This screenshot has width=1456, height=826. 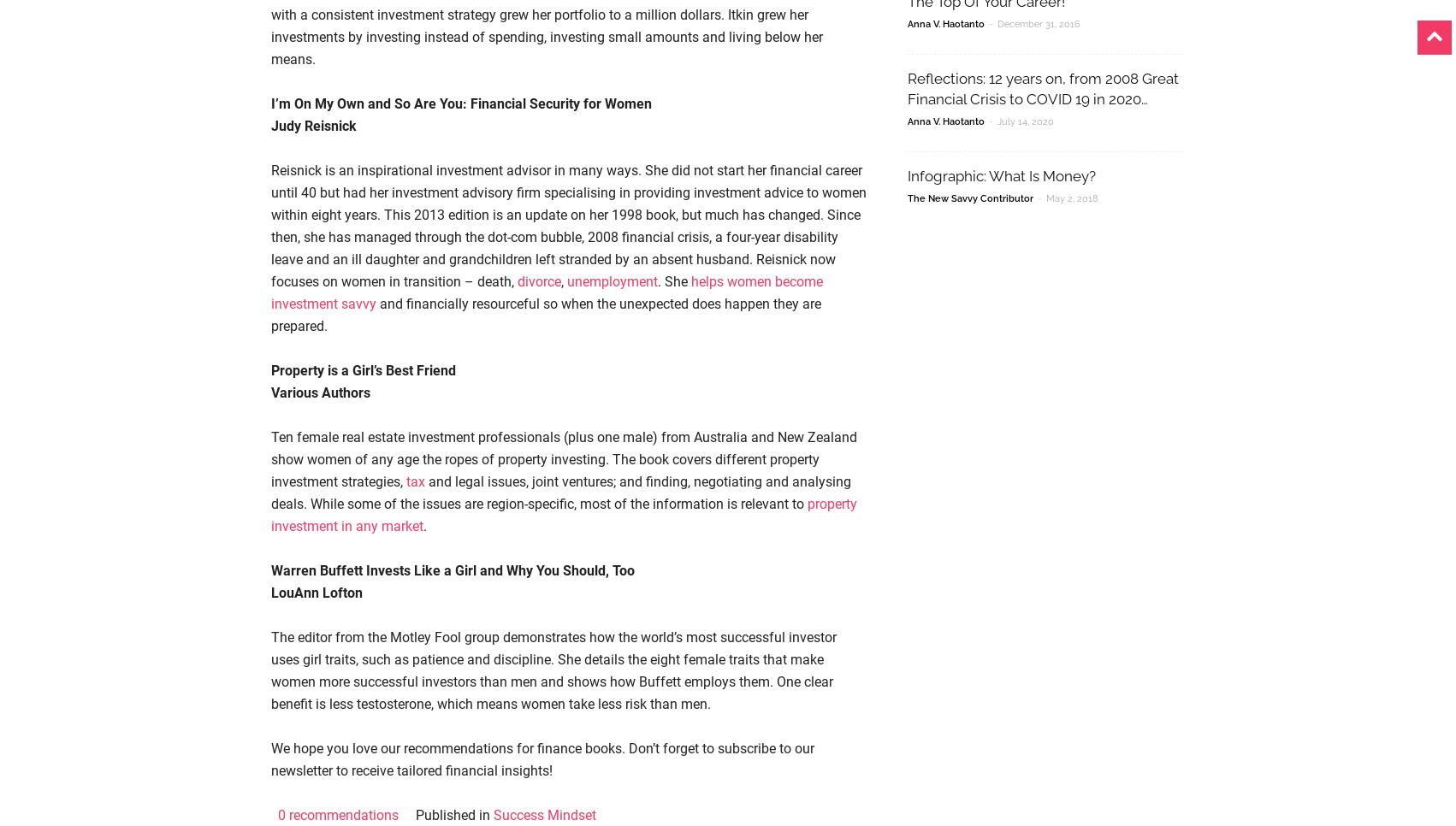 I want to click on 'Warren Buffett Invests Like a Girl and Why You Should, Too', so click(x=452, y=570).